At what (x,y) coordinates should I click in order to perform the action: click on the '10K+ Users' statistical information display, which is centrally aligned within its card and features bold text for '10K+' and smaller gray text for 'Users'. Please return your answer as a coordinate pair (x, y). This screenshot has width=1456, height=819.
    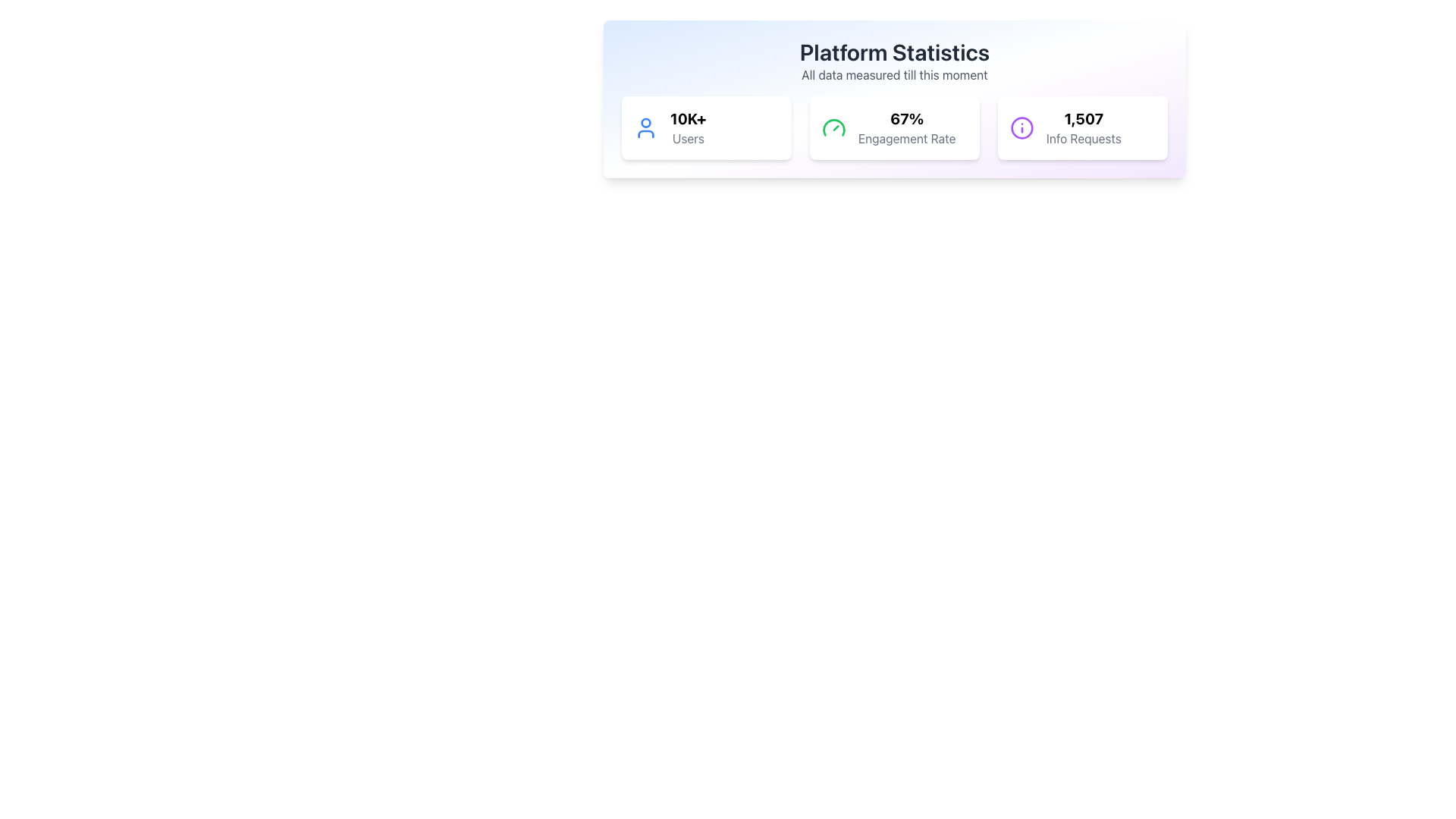
    Looking at the image, I should click on (687, 127).